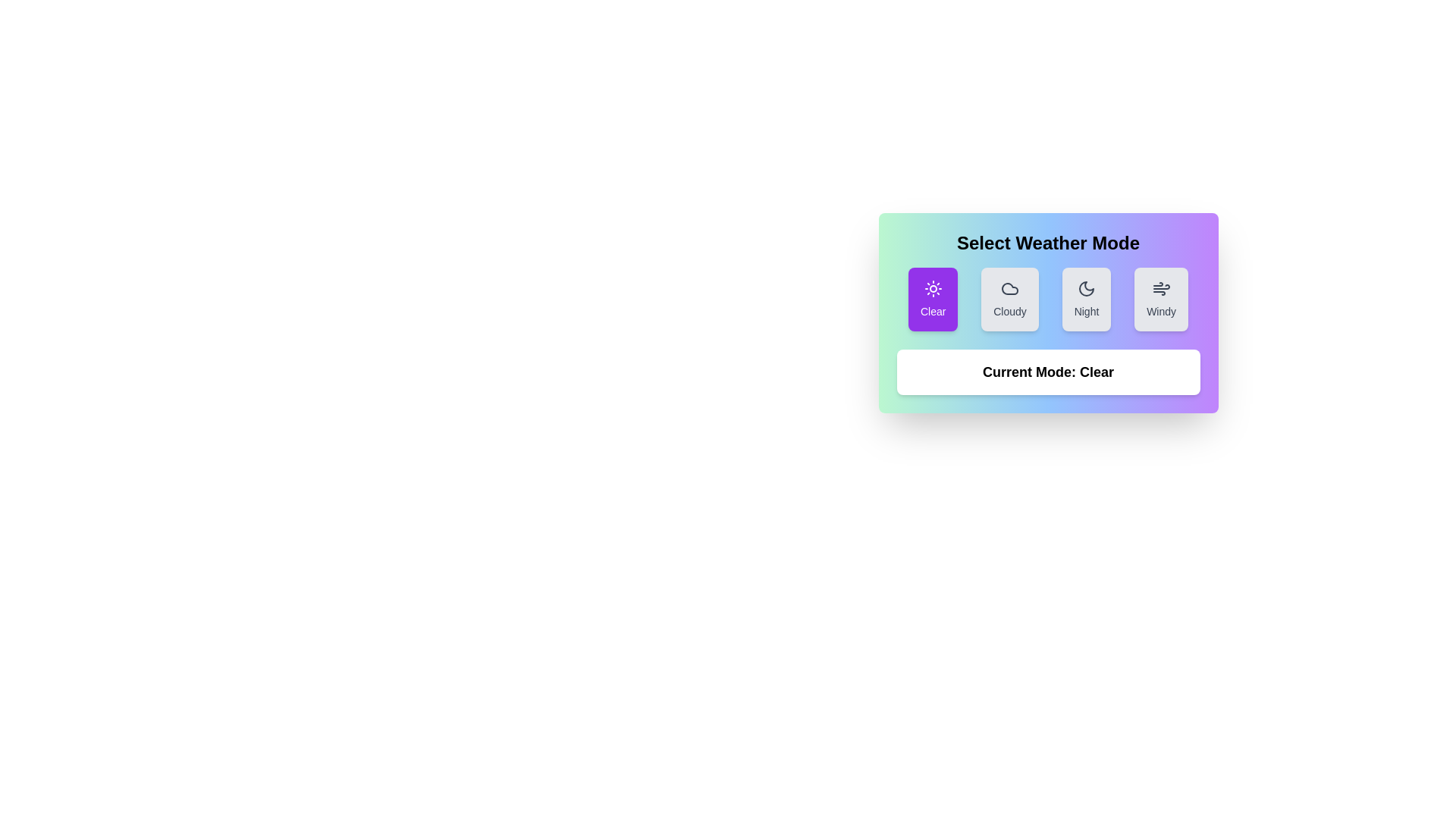 This screenshot has width=1456, height=819. Describe the element at coordinates (1085, 289) in the screenshot. I see `the crescent moon icon representing the 'Night' mode option` at that location.